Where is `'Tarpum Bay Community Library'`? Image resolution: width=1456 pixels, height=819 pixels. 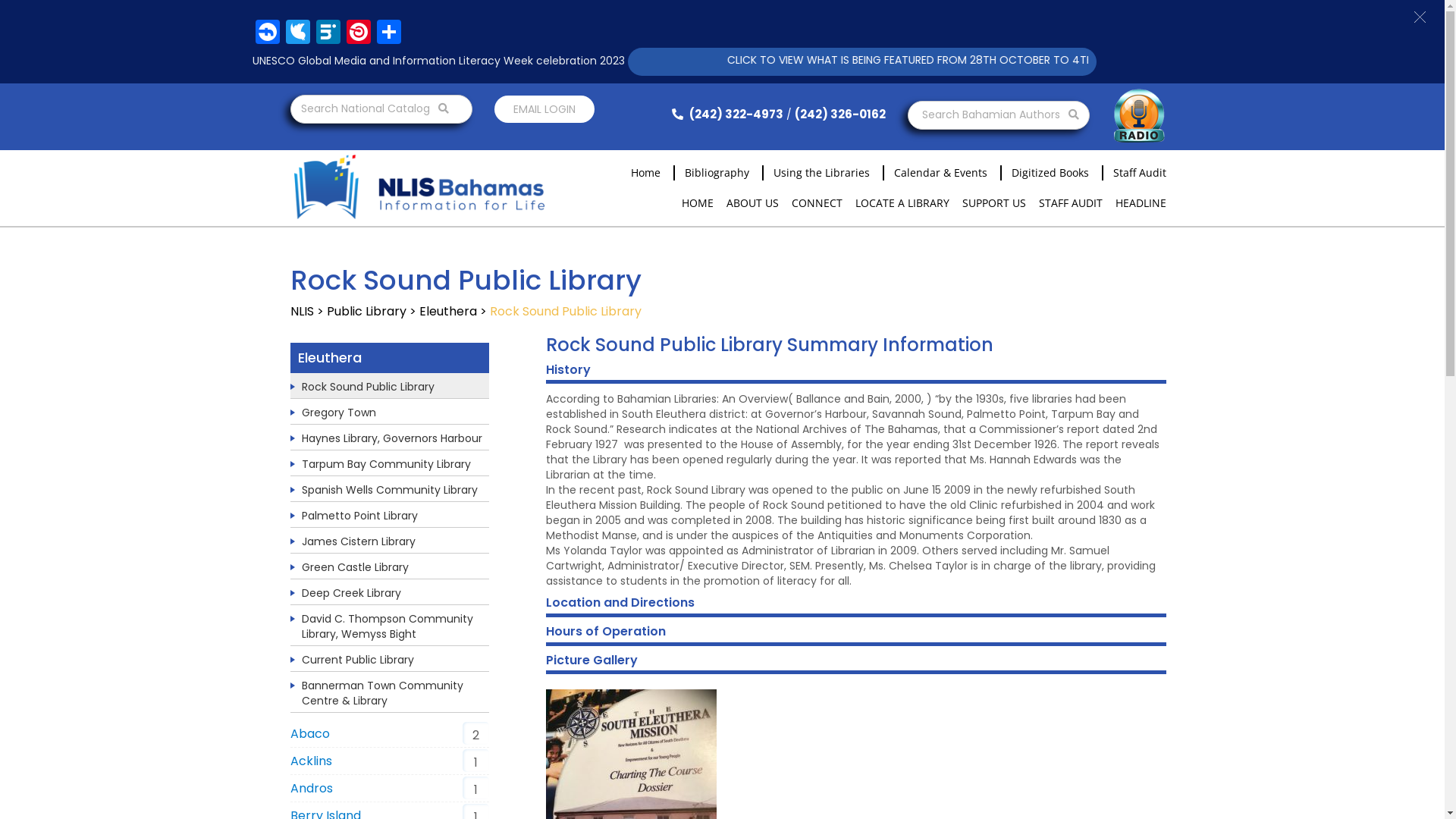 'Tarpum Bay Community Library' is located at coordinates (386, 463).